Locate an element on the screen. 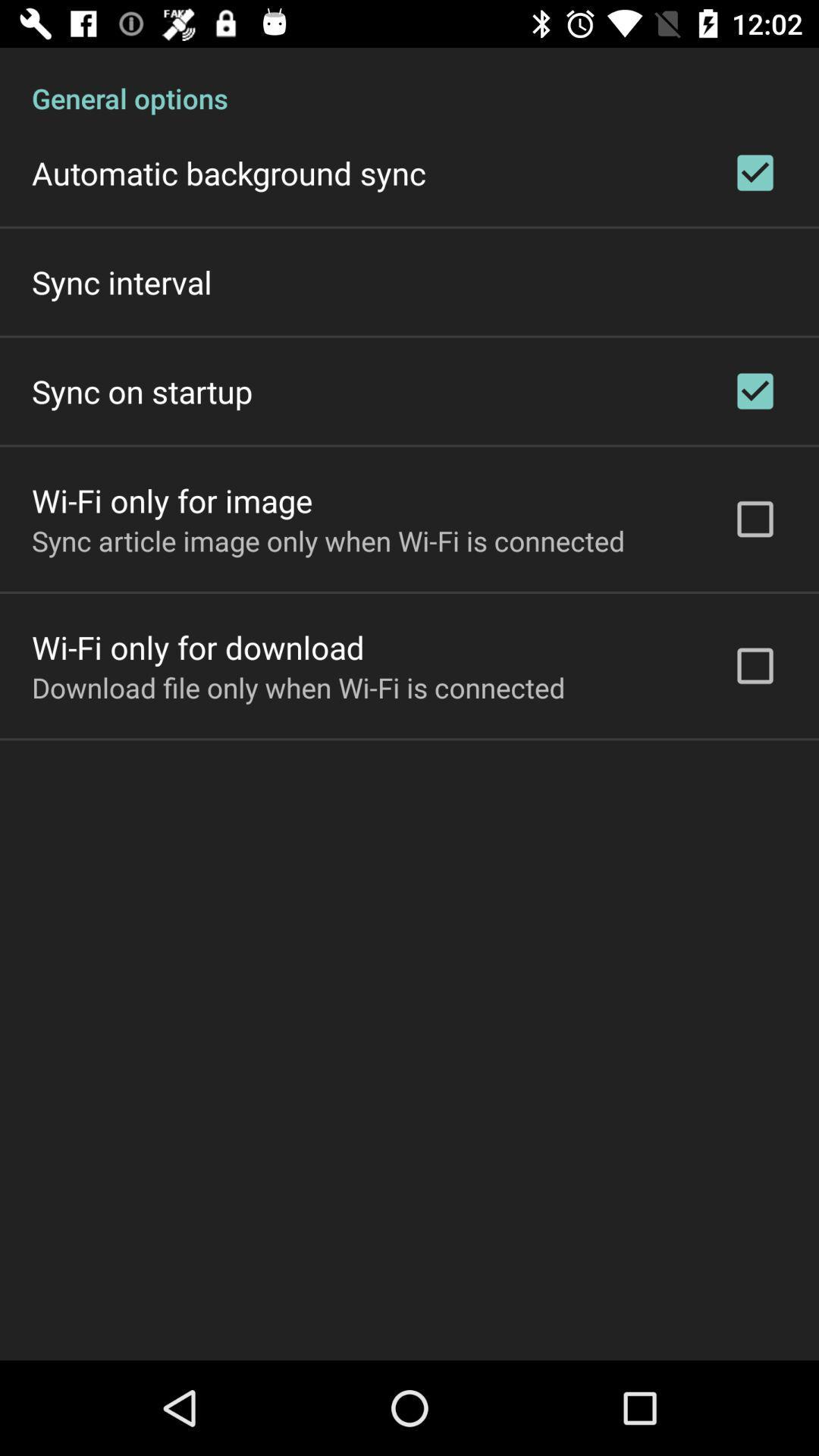 The width and height of the screenshot is (819, 1456). the icon above wi fi only item is located at coordinates (328, 541).